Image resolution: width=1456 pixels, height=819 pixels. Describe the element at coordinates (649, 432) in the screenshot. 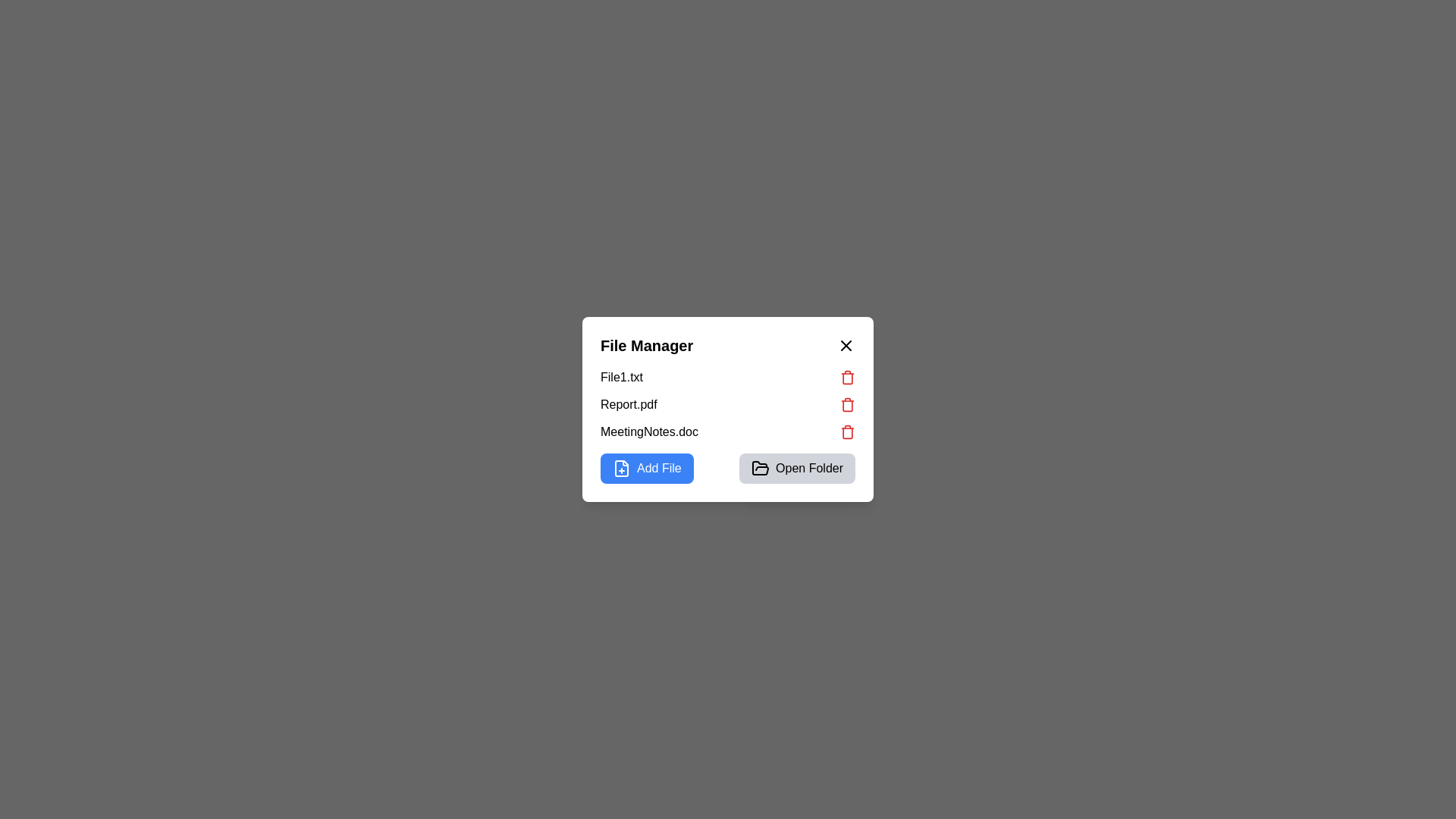

I see `the text label 'MeetingNotes.doc'` at that location.